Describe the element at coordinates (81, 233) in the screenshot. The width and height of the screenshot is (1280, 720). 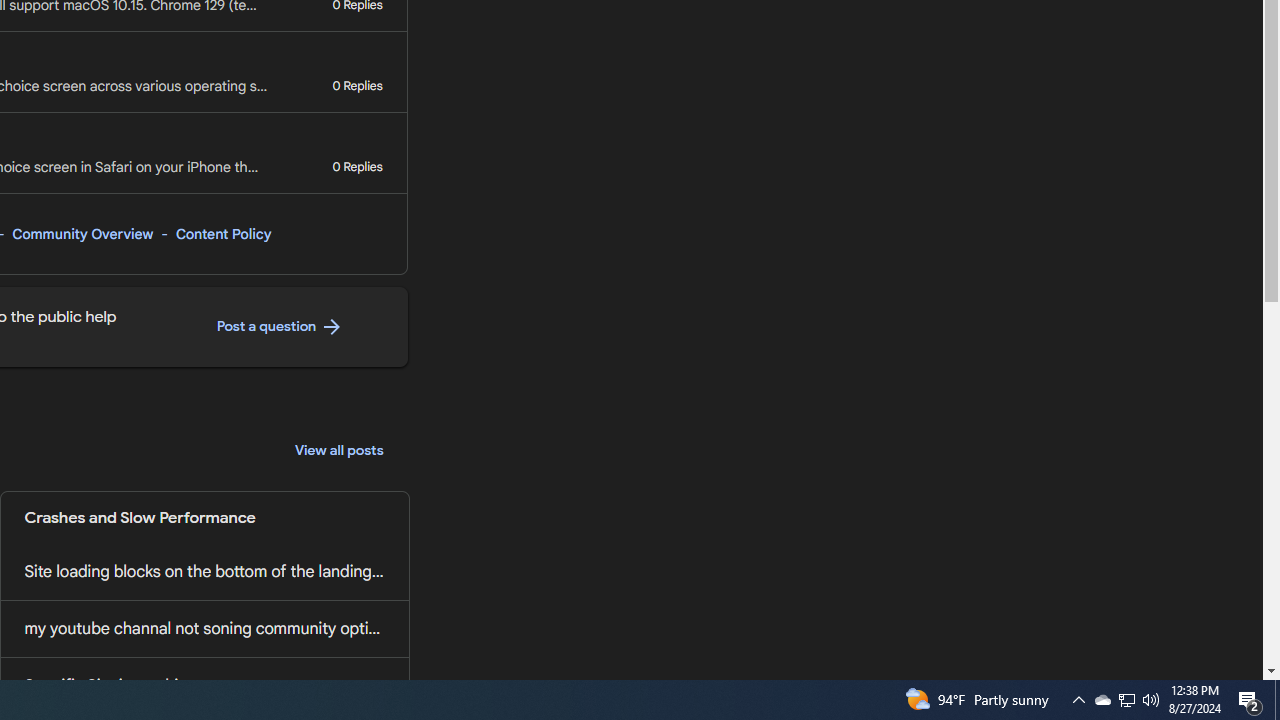
I see `'Community Overview'` at that location.